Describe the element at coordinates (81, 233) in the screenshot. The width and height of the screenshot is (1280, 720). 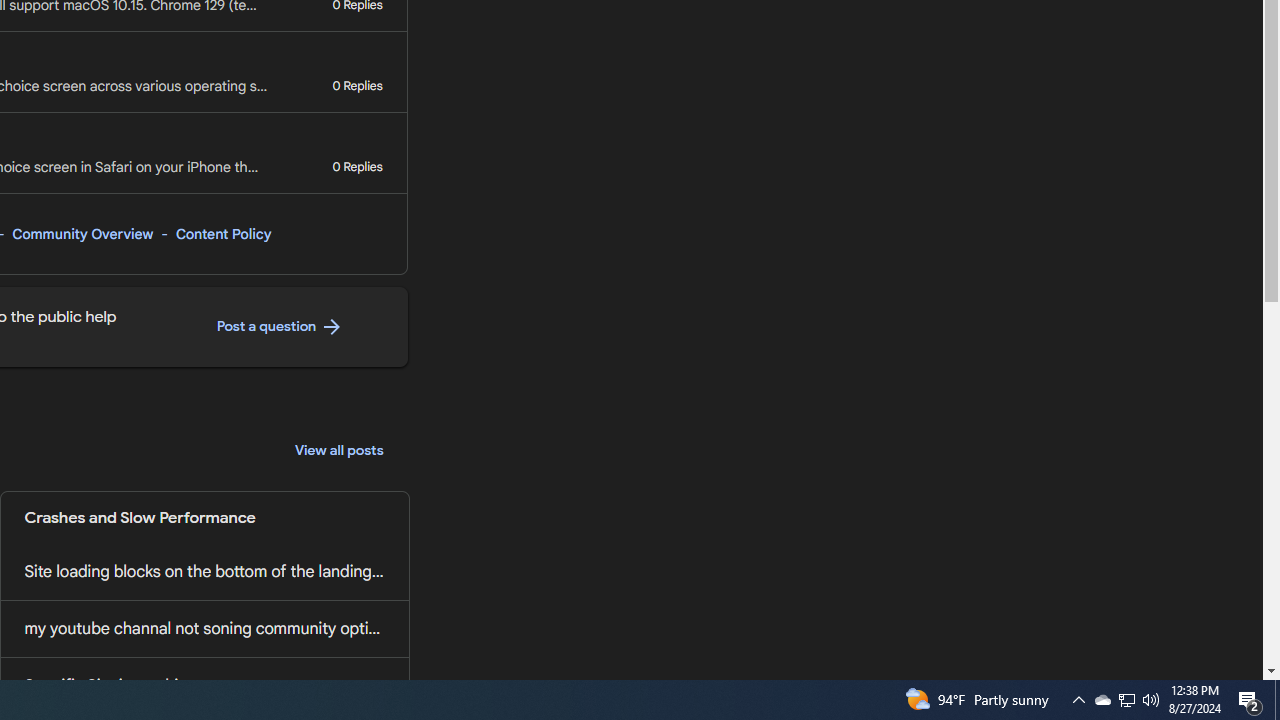
I see `'Community Overview'` at that location.